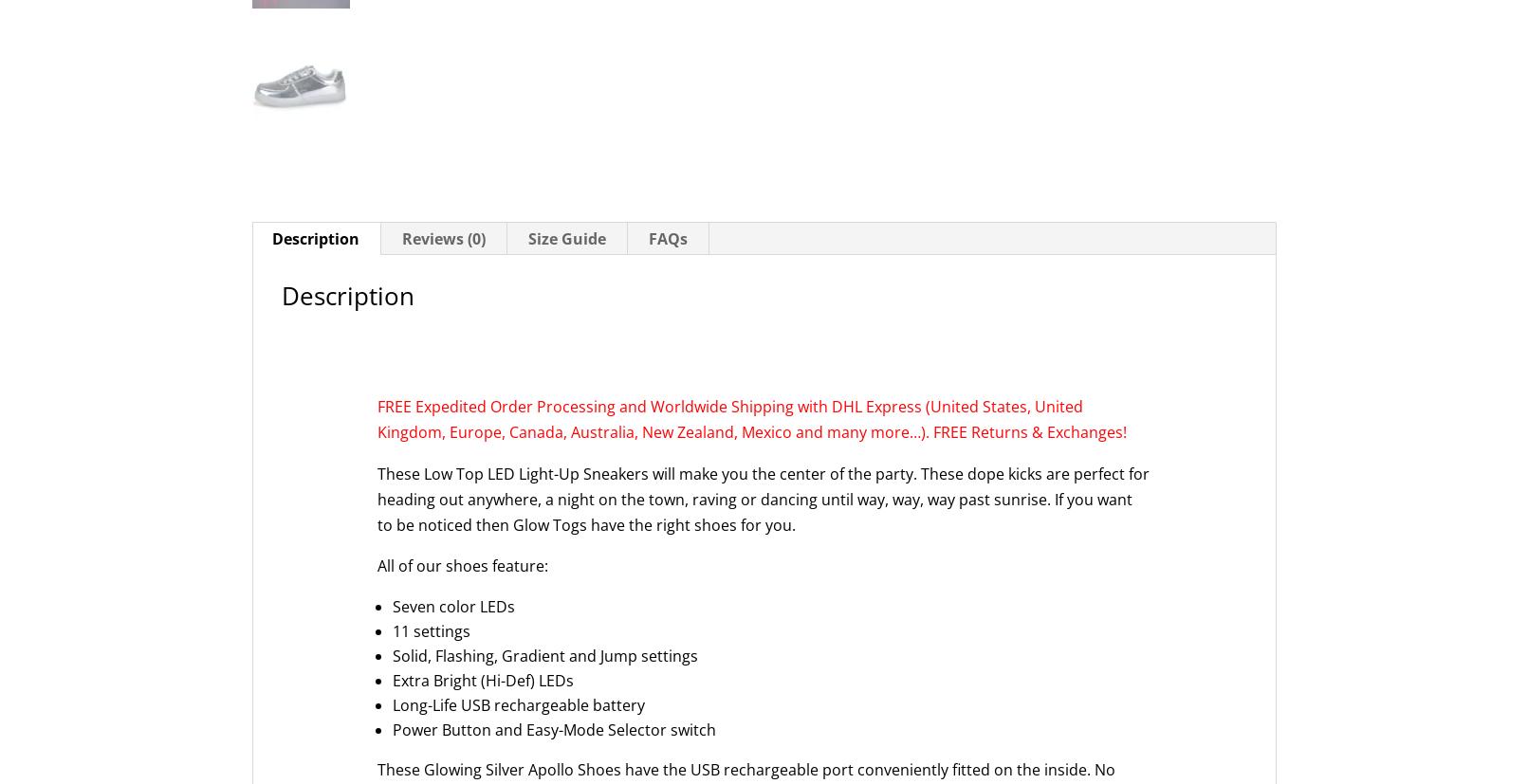 The image size is (1528, 784). What do you see at coordinates (377, 566) in the screenshot?
I see `'All of our shoes feature:'` at bounding box center [377, 566].